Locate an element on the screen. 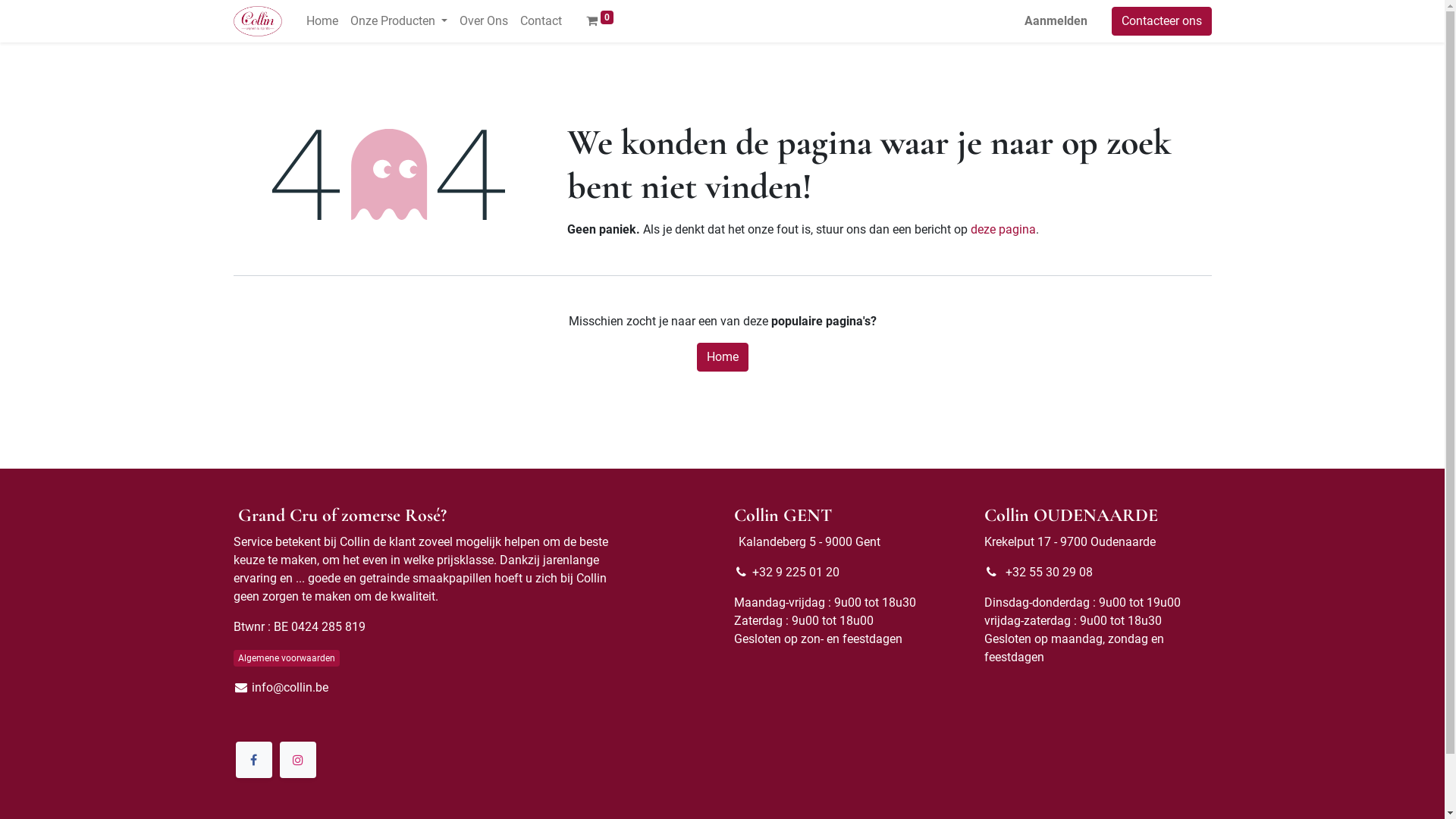 The image size is (1456, 819). 'Home' is located at coordinates (720, 356).